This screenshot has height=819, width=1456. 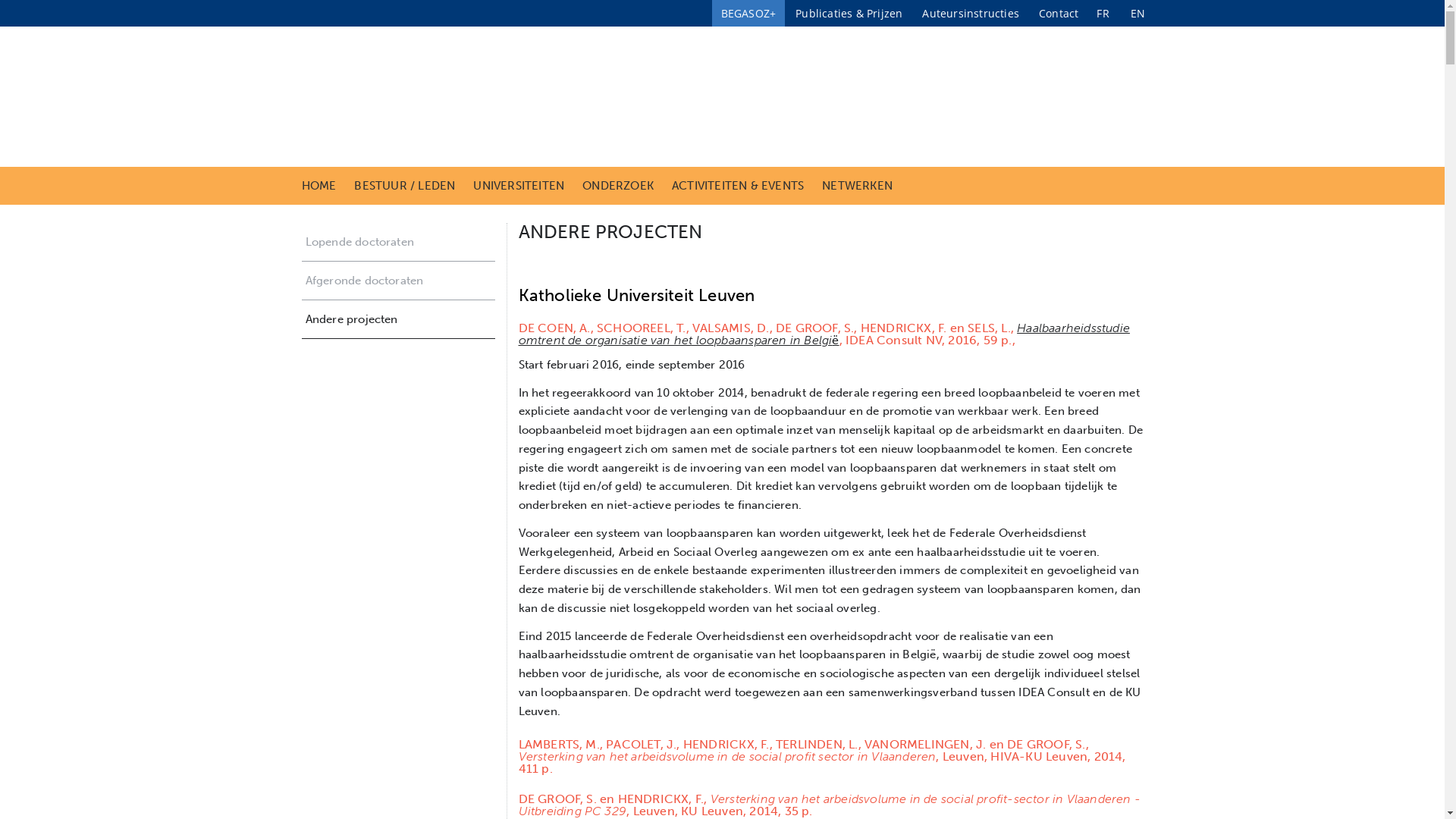 I want to click on 'ACTIVITEITEN & EVENTS', so click(x=738, y=185).